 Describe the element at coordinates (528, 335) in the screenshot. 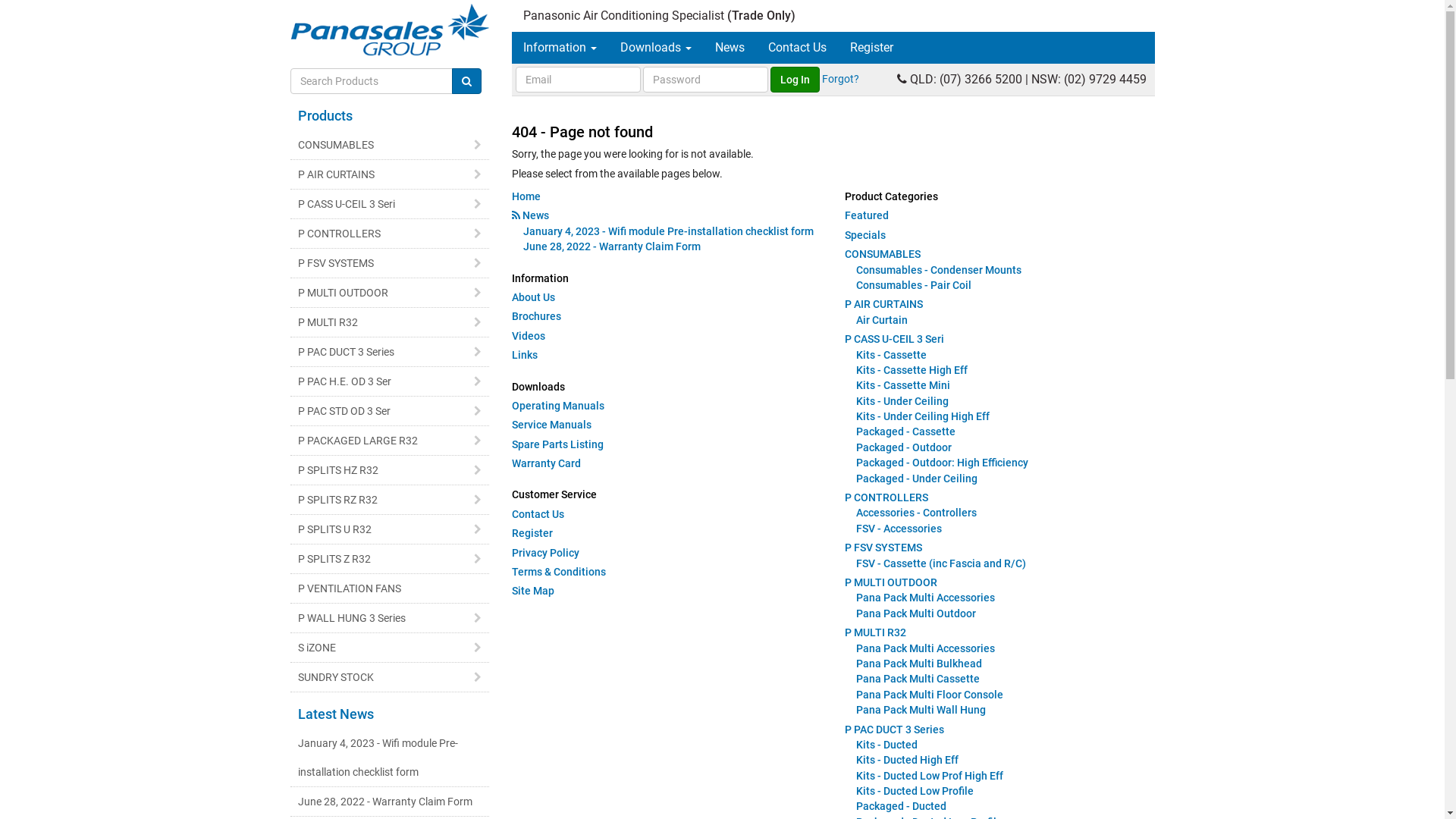

I see `'Videos'` at that location.